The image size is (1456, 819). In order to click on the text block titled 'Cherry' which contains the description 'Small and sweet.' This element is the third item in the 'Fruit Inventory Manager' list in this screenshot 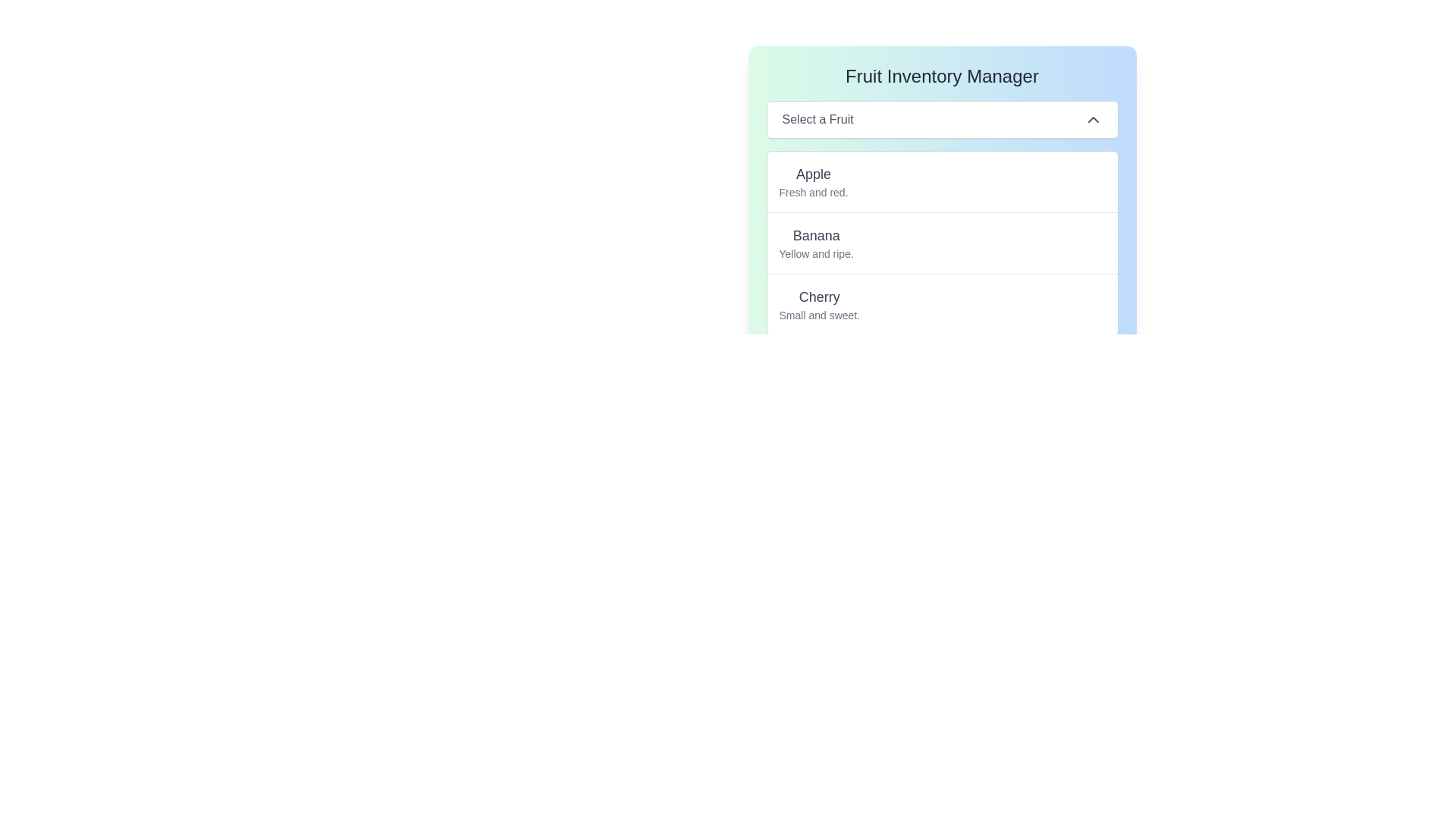, I will do `click(818, 304)`.